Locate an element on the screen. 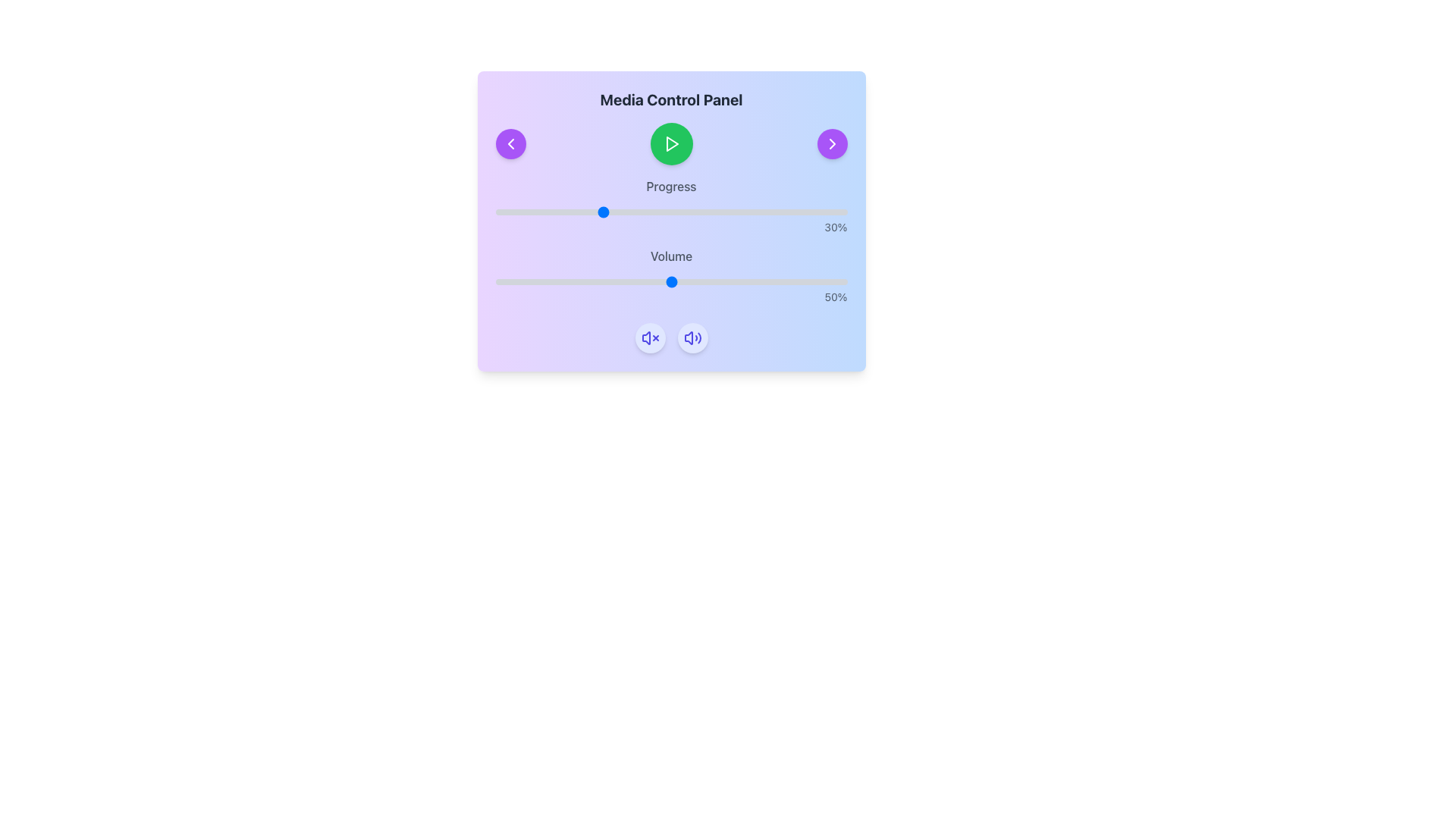 The height and width of the screenshot is (819, 1456). the slider value is located at coordinates (510, 281).